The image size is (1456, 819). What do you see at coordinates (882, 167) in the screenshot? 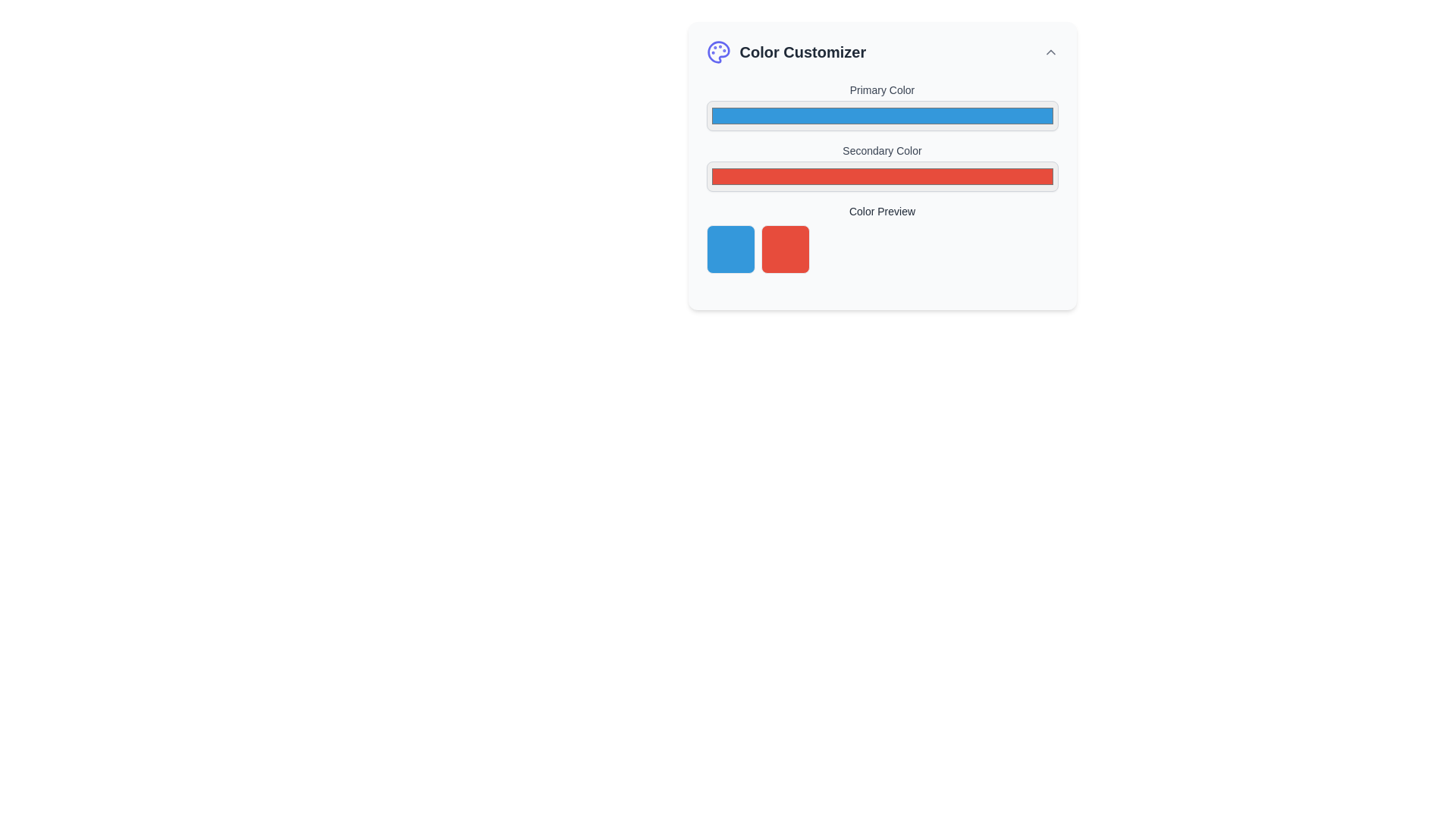
I see `the styled HTML color input field labeled 'Secondary Color'` at bounding box center [882, 167].